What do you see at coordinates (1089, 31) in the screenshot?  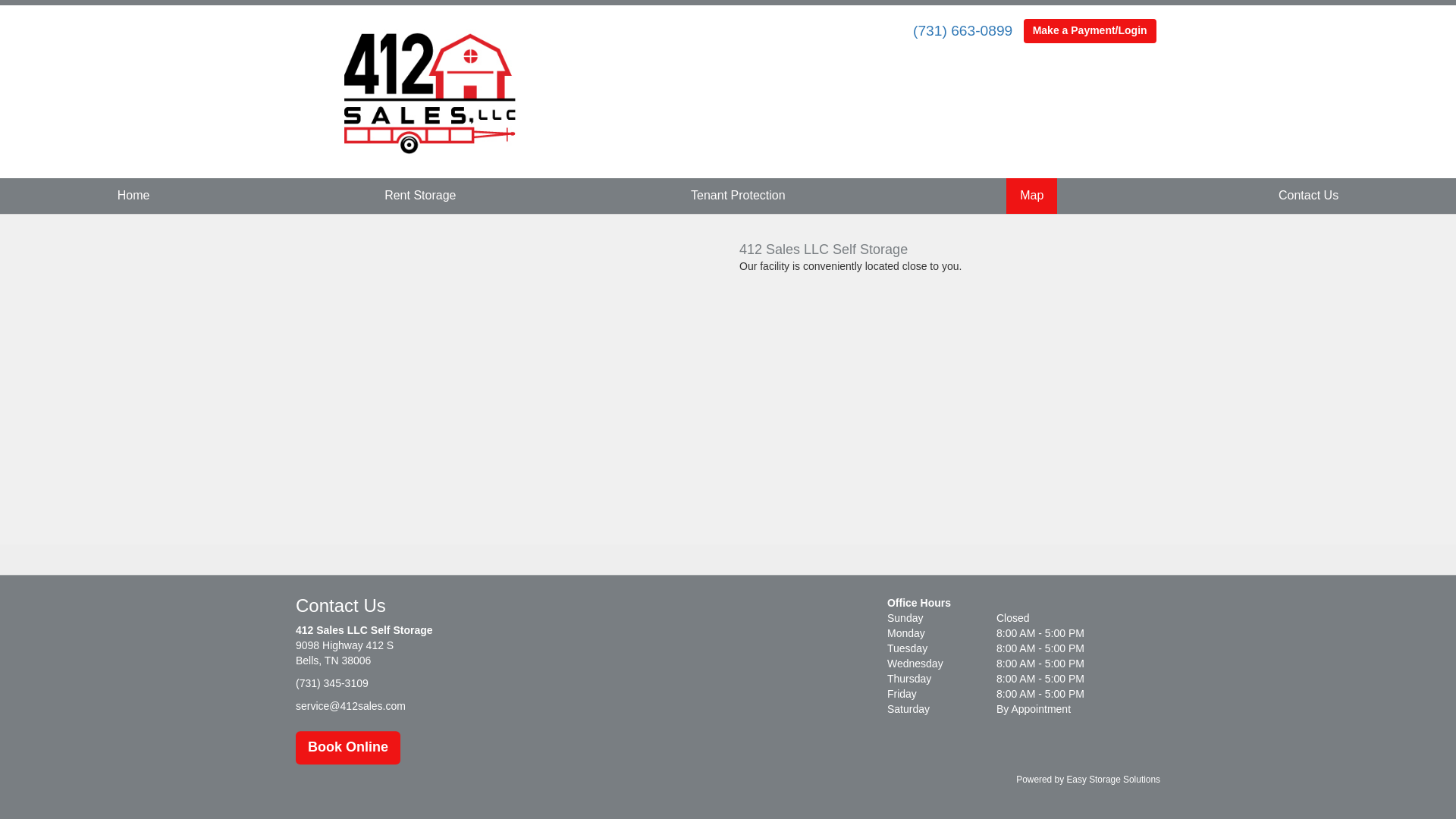 I see `'Make a Payment/Login'` at bounding box center [1089, 31].